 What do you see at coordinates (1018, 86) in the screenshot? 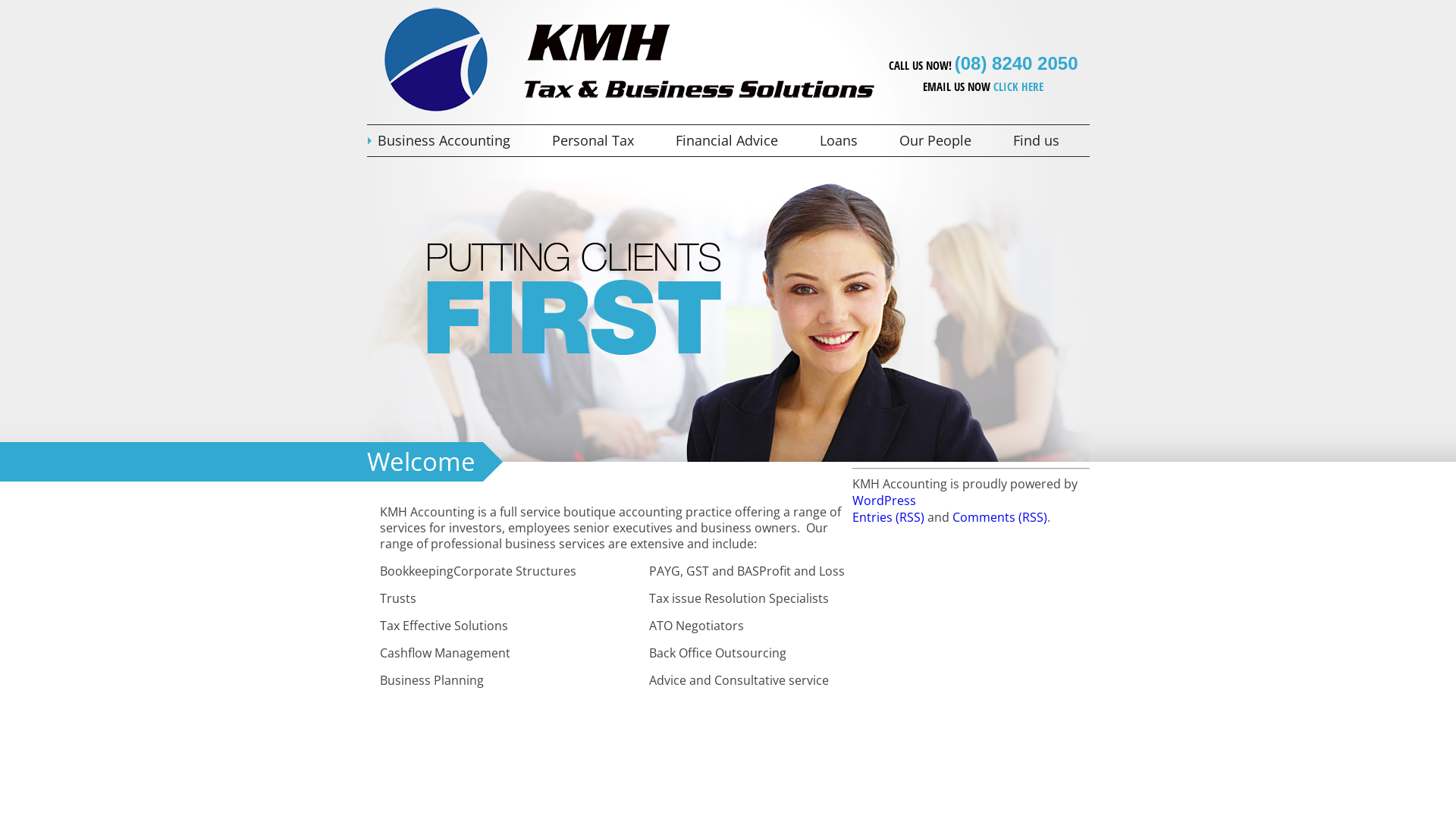
I see `'CLICK HERE'` at bounding box center [1018, 86].